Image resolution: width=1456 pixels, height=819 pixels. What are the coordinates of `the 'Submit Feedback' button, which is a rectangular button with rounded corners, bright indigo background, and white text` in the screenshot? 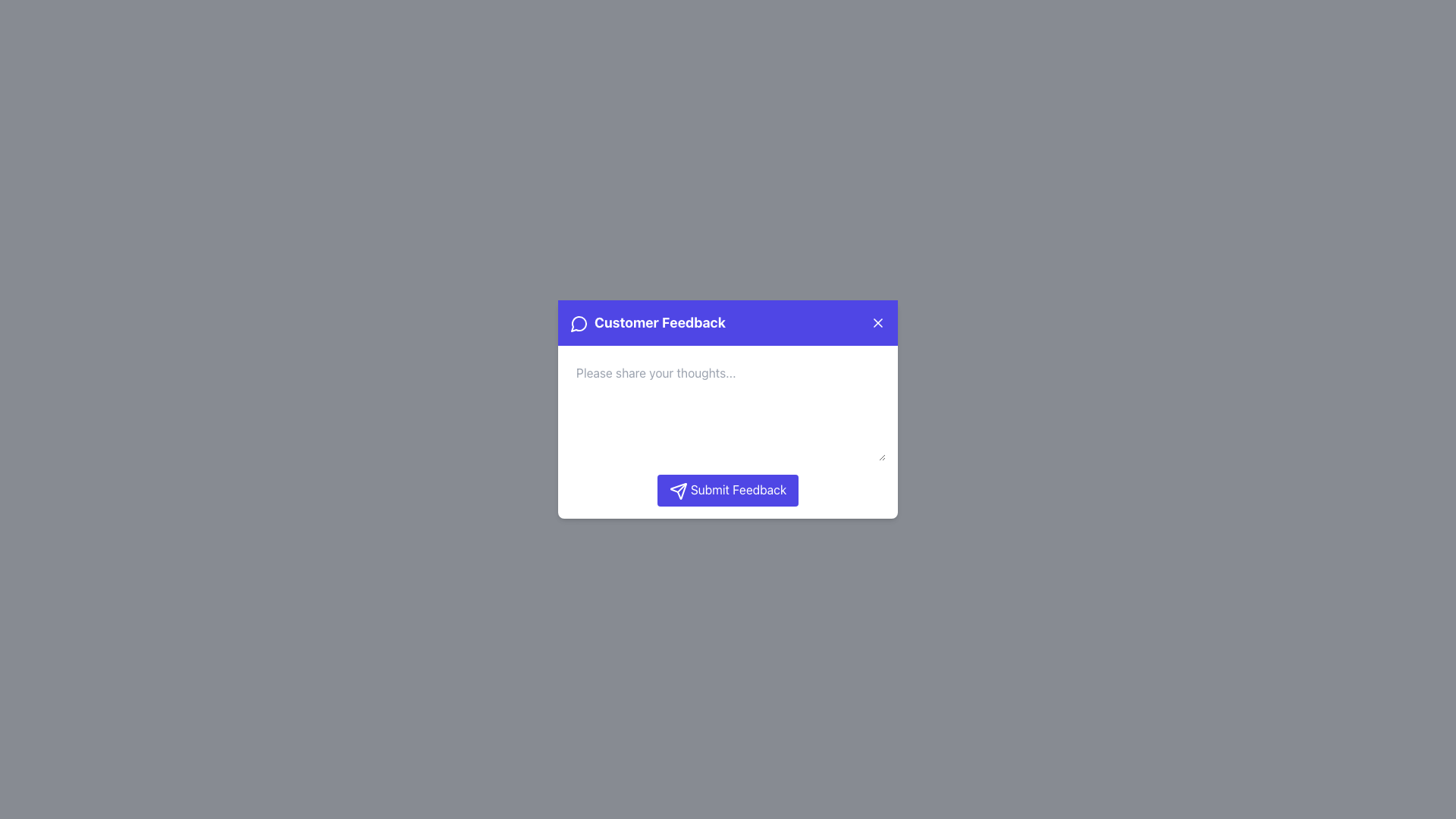 It's located at (728, 491).